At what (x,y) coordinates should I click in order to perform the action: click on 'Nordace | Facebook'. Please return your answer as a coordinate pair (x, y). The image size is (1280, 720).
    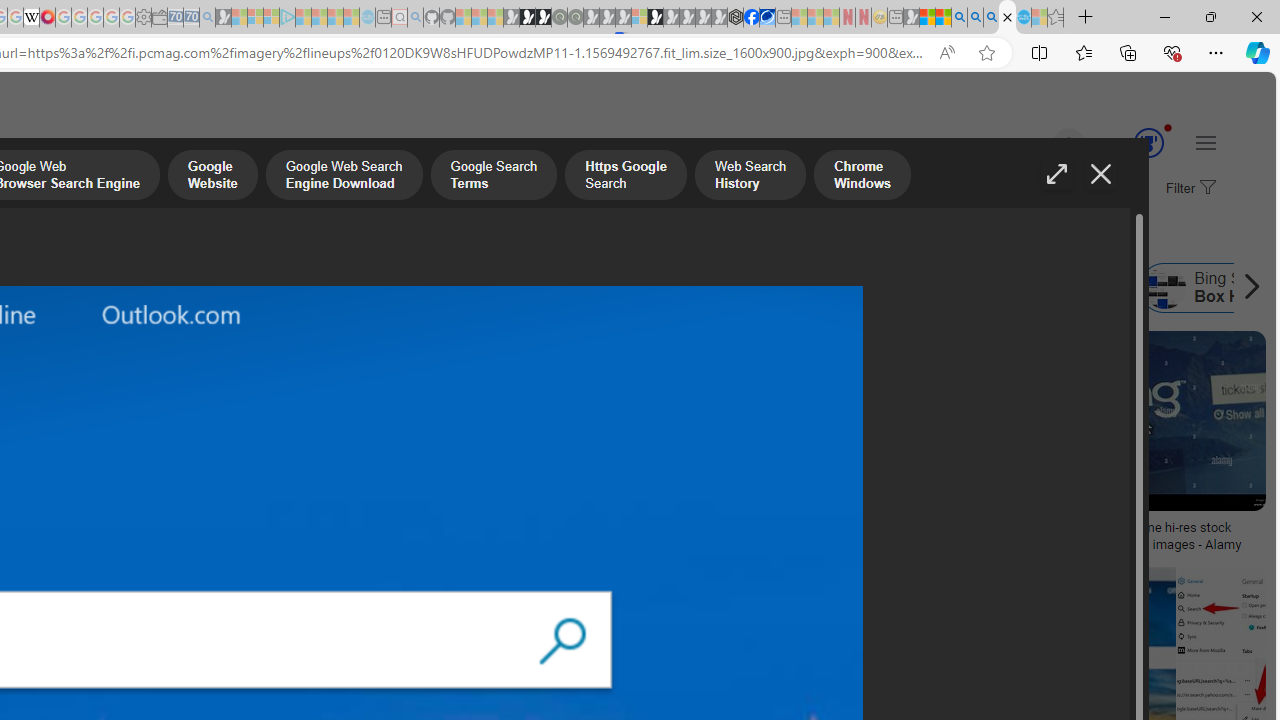
    Looking at the image, I should click on (750, 17).